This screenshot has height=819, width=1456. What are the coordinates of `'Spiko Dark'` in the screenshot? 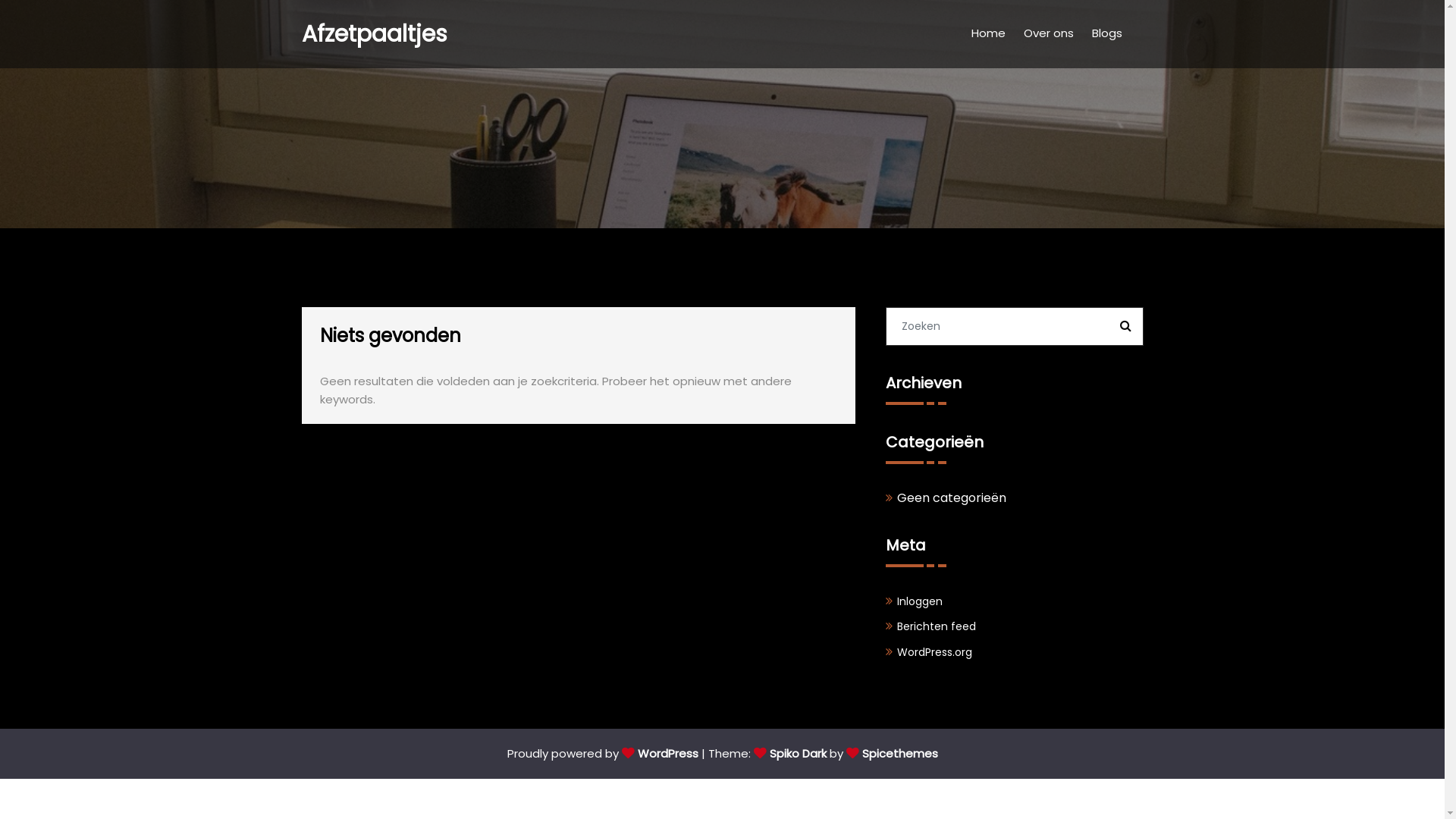 It's located at (789, 753).